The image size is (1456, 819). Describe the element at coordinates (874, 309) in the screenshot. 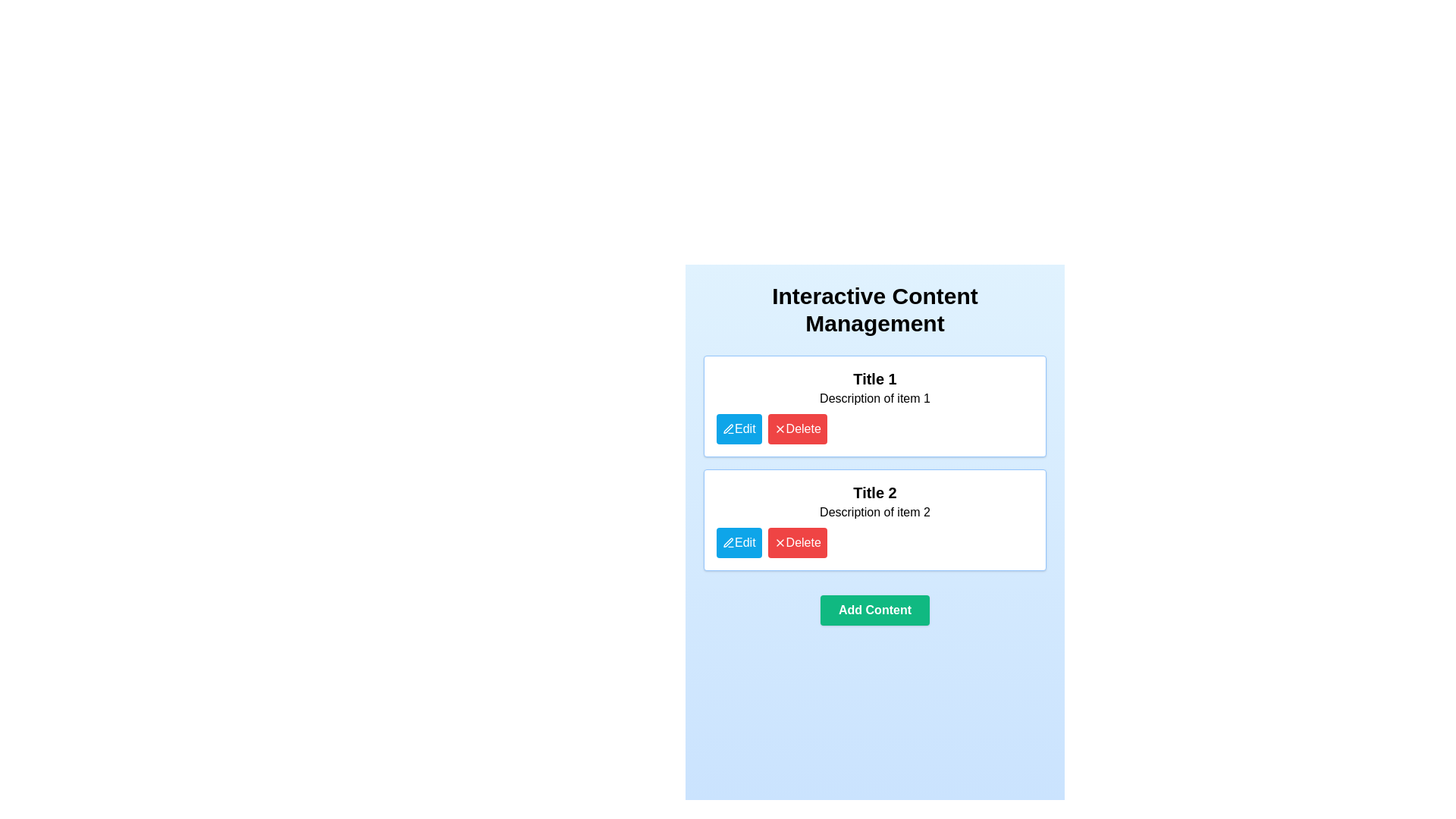

I see `the title/header element located at the top of the interface, which provides context for the visible content and is positioned above 'Title 1' and 'Title 2'` at that location.